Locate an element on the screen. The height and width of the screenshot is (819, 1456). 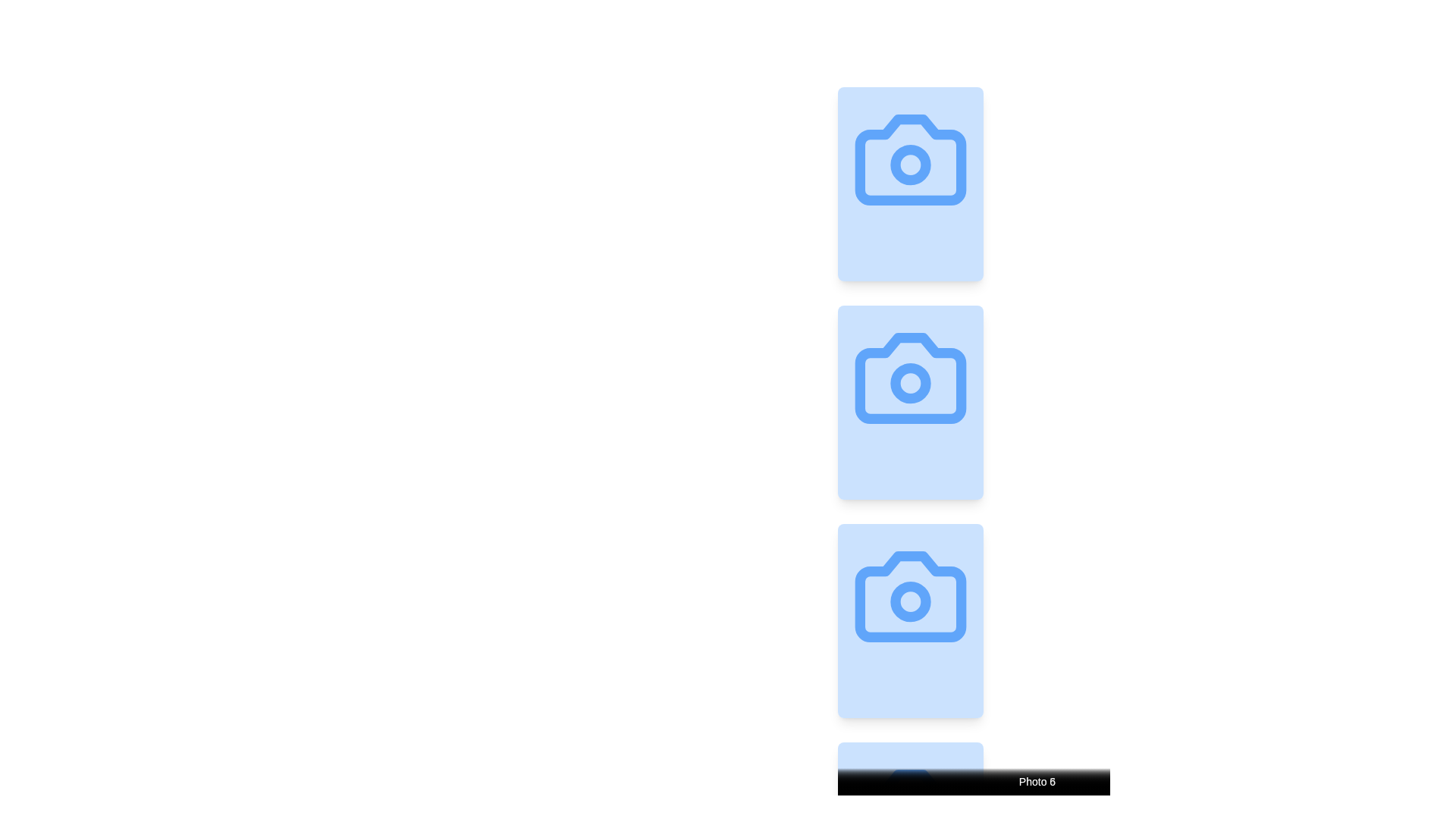
the smaller circular part of the camera icon, which symbolizes the camera lens in the second camera illustration in a vertical sequence of three icons is located at coordinates (910, 382).